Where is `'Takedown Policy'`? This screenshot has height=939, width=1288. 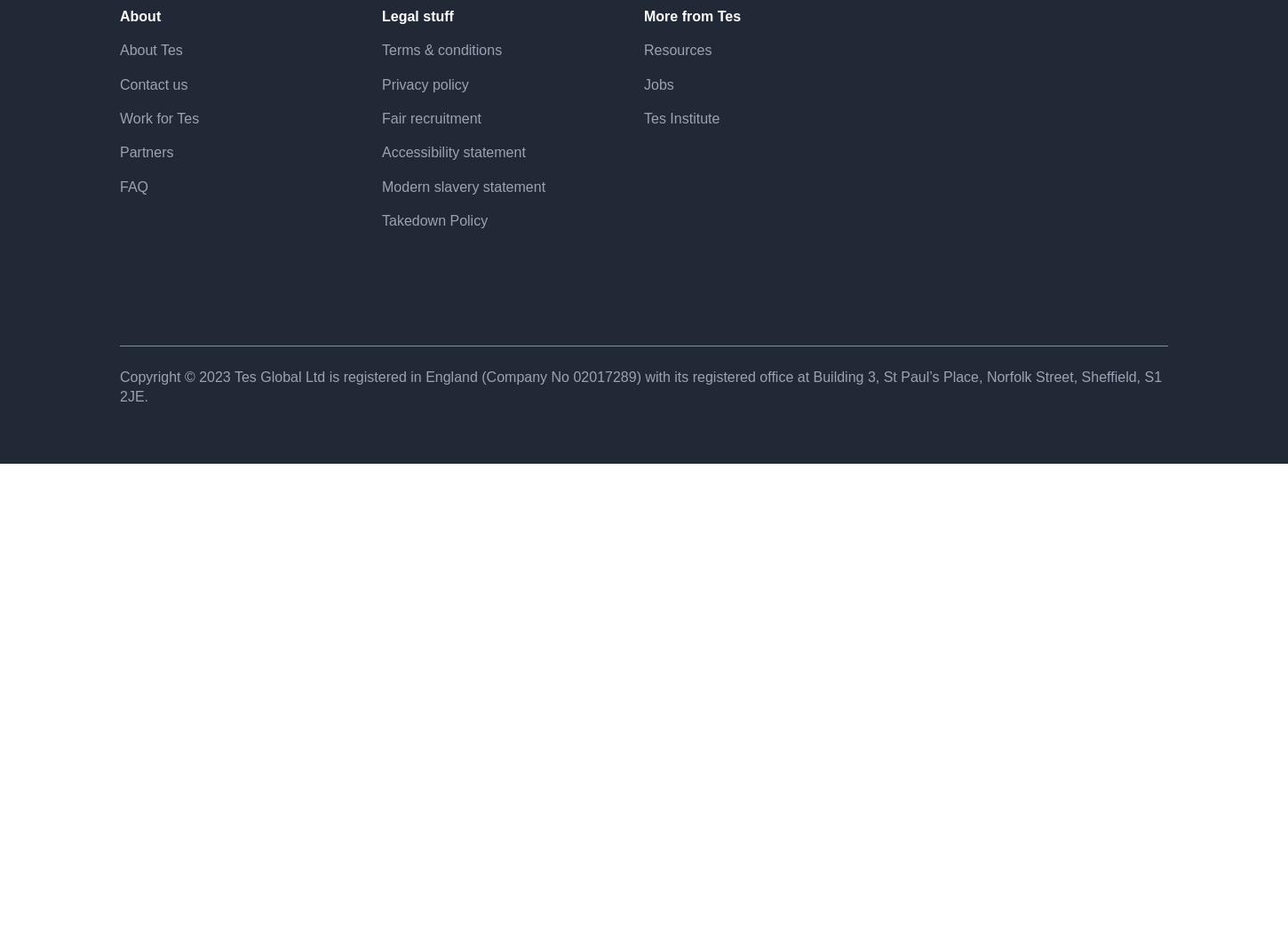
'Takedown Policy' is located at coordinates (434, 282).